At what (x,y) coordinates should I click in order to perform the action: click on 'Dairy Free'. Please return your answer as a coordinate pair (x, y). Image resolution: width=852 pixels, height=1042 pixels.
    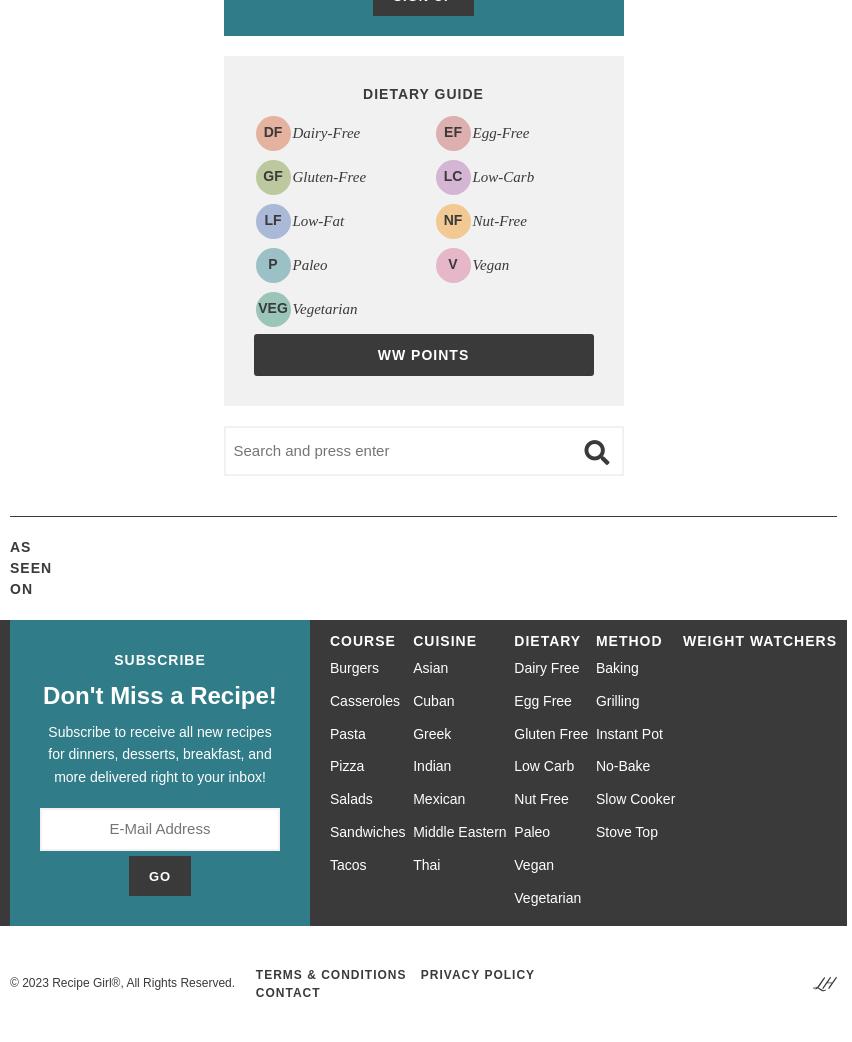
    Looking at the image, I should click on (513, 668).